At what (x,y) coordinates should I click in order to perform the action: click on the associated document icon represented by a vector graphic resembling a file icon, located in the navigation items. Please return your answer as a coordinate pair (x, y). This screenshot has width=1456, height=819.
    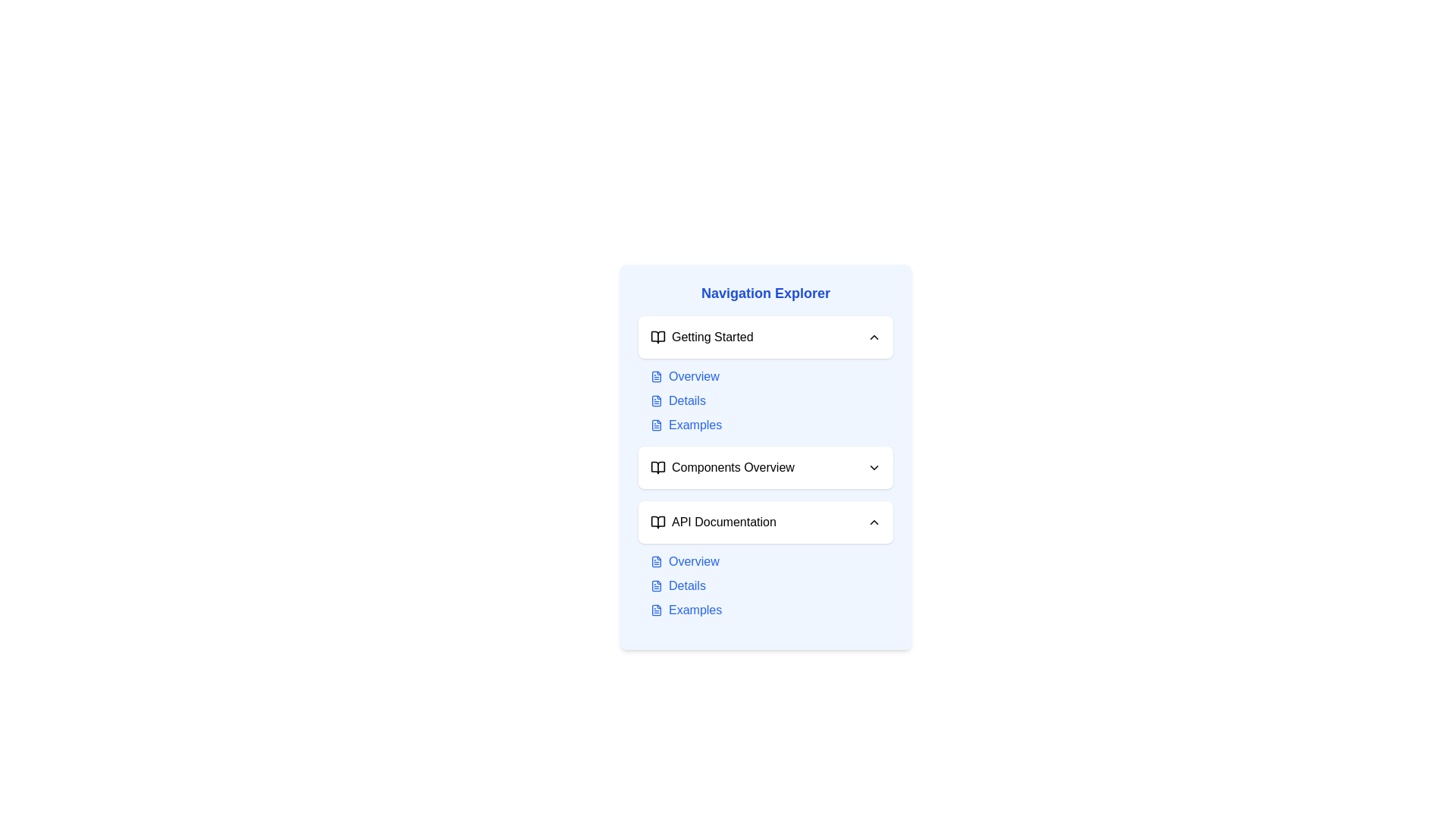
    Looking at the image, I should click on (656, 400).